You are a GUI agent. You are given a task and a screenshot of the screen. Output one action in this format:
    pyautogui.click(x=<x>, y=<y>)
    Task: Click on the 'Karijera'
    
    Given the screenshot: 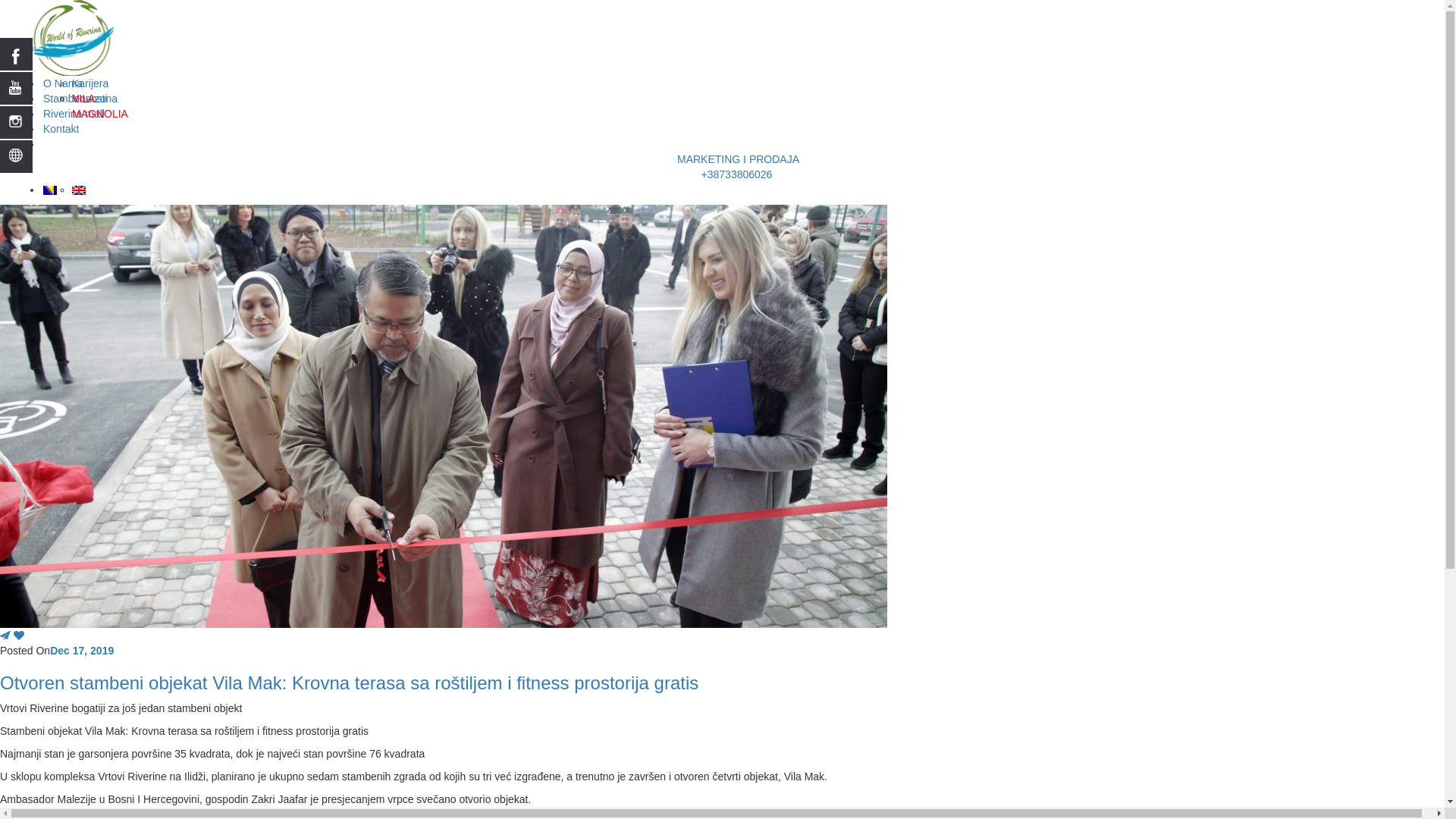 What is the action you would take?
    pyautogui.click(x=89, y=83)
    